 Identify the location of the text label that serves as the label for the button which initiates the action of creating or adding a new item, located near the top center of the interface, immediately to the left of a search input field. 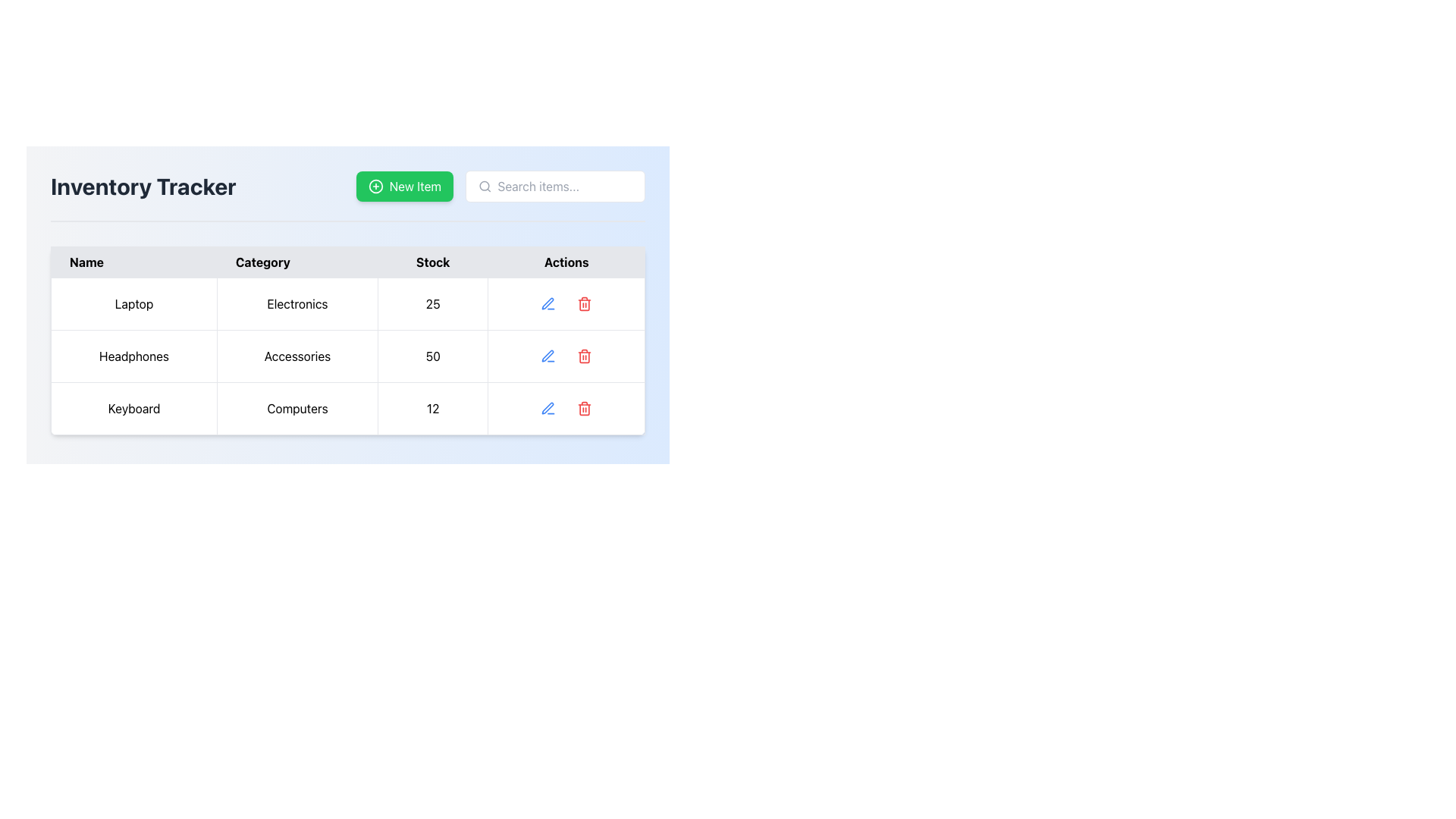
(415, 186).